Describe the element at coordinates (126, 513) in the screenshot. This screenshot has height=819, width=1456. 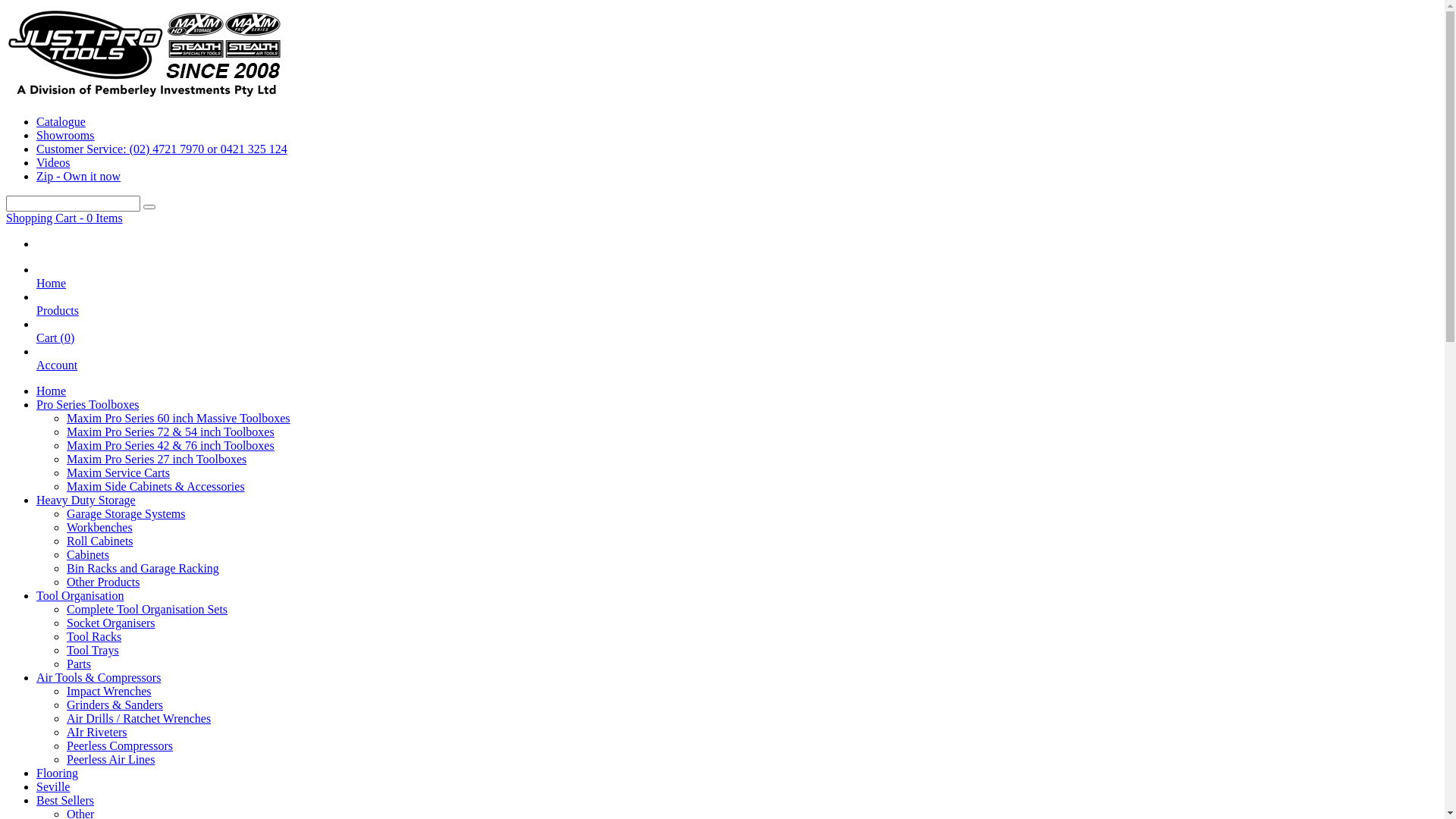
I see `'Garage Storage Systems'` at that location.